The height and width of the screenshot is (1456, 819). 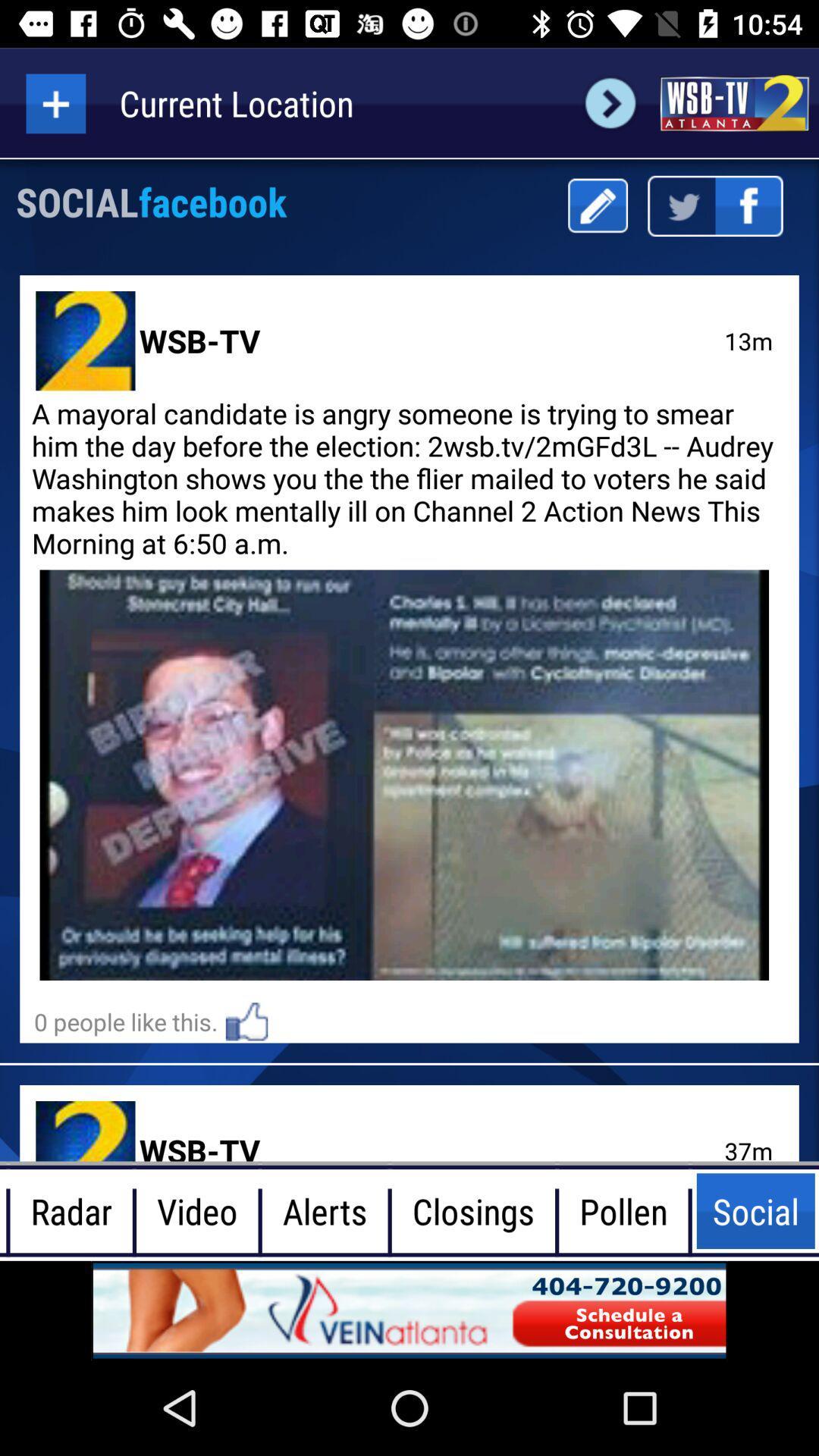 I want to click on more, so click(x=55, y=102).